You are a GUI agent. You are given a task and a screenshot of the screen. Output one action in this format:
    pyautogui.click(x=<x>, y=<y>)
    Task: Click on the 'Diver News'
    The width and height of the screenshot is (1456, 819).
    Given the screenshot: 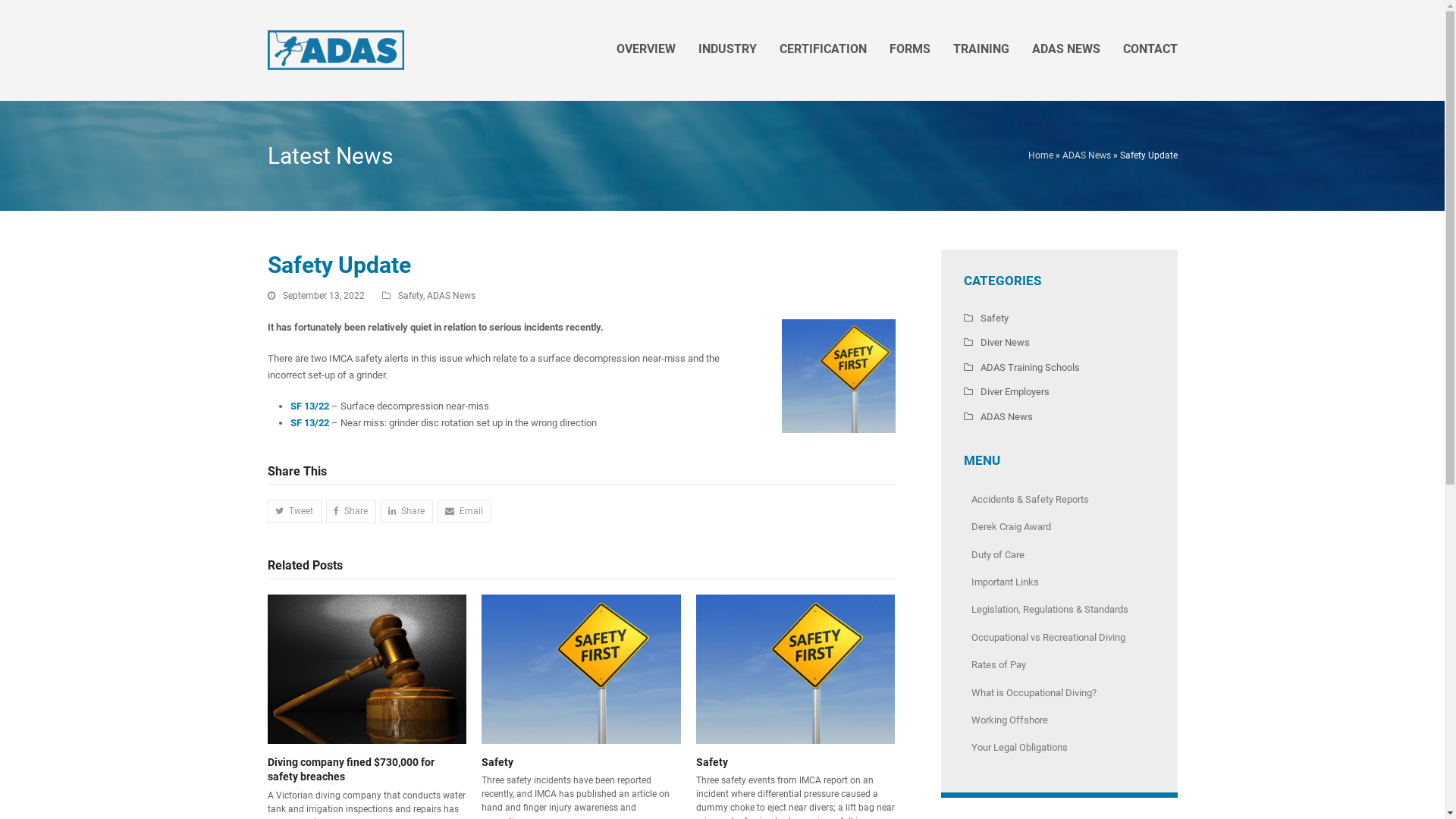 What is the action you would take?
    pyautogui.click(x=996, y=342)
    